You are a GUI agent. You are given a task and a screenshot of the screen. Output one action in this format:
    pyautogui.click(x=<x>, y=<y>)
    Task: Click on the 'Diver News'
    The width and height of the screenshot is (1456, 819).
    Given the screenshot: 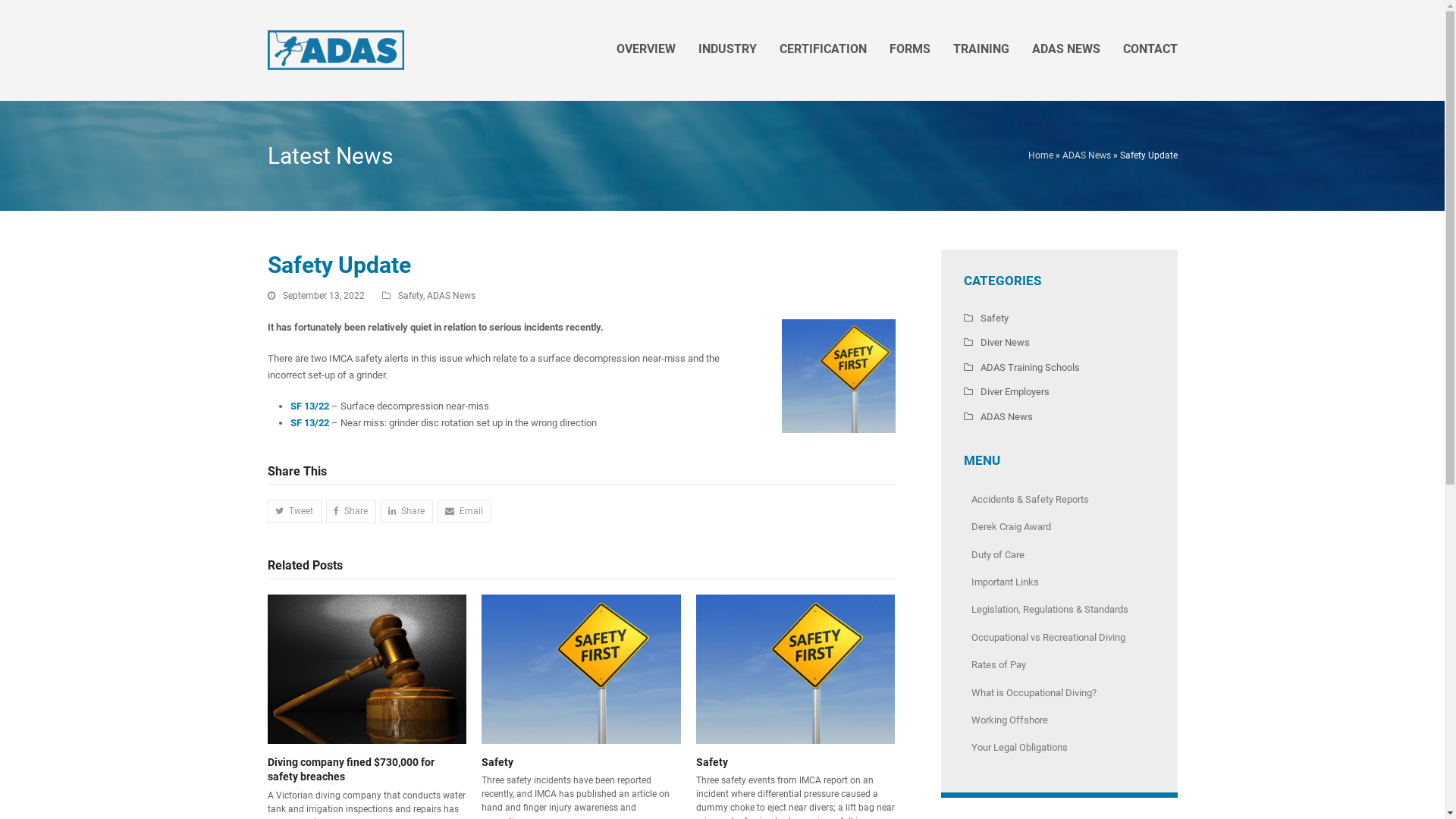 What is the action you would take?
    pyautogui.click(x=996, y=342)
    